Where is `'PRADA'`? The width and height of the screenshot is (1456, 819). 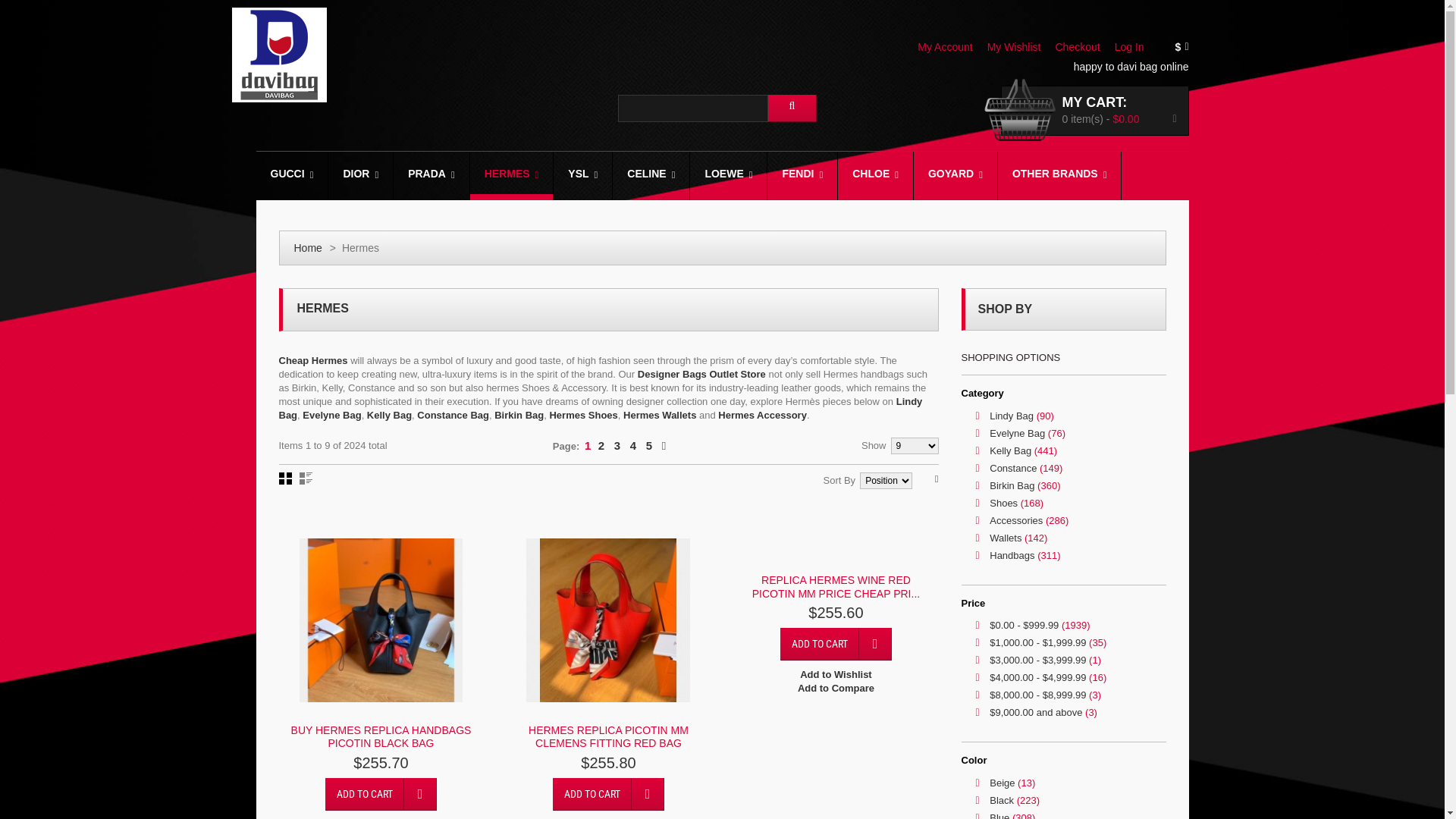 'PRADA' is located at coordinates (393, 174).